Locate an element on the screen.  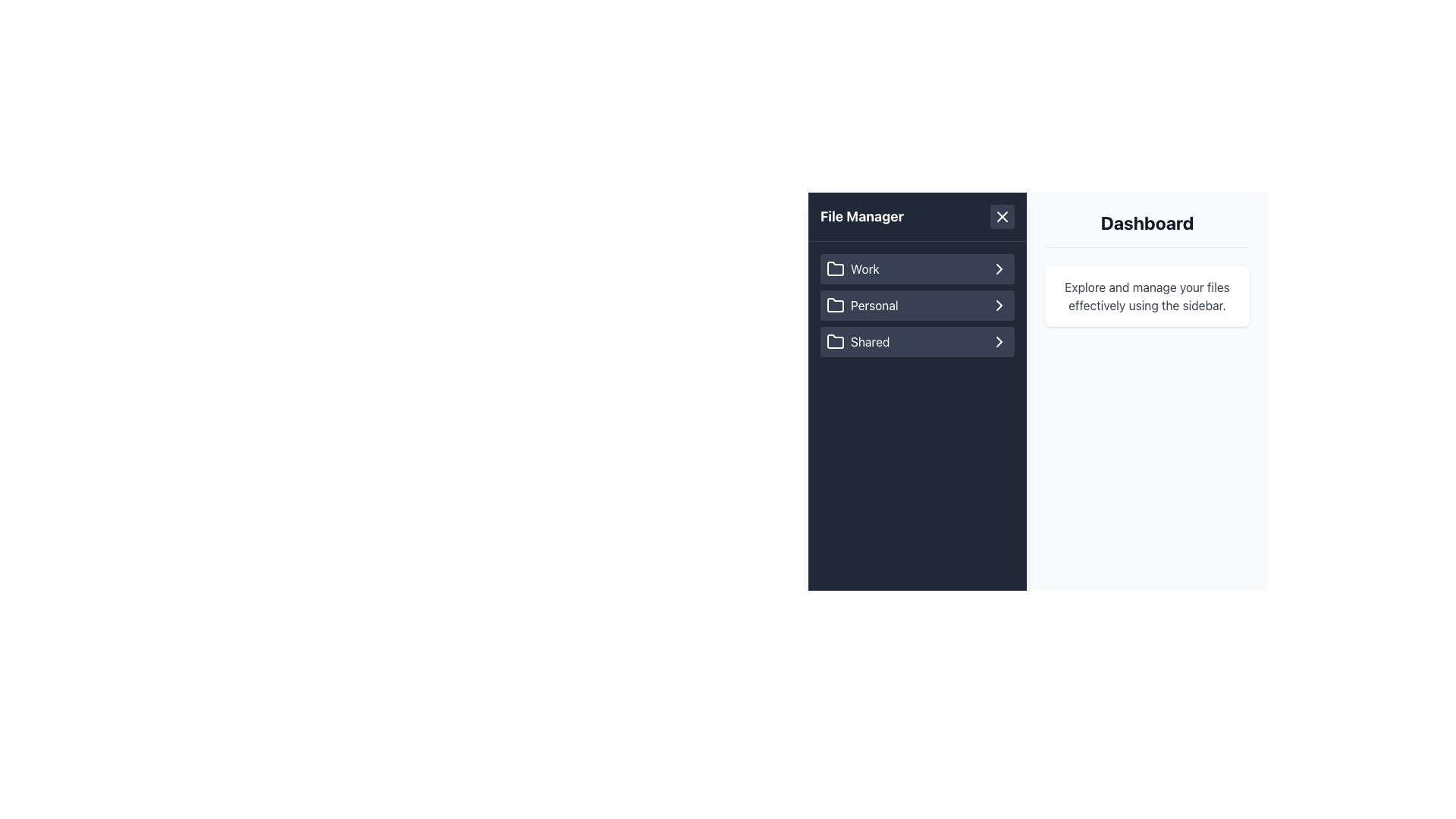
the chevron arrow icon located at the rightmost portion of the 'Work' row in the 'File Manager' sidebar is located at coordinates (999, 268).